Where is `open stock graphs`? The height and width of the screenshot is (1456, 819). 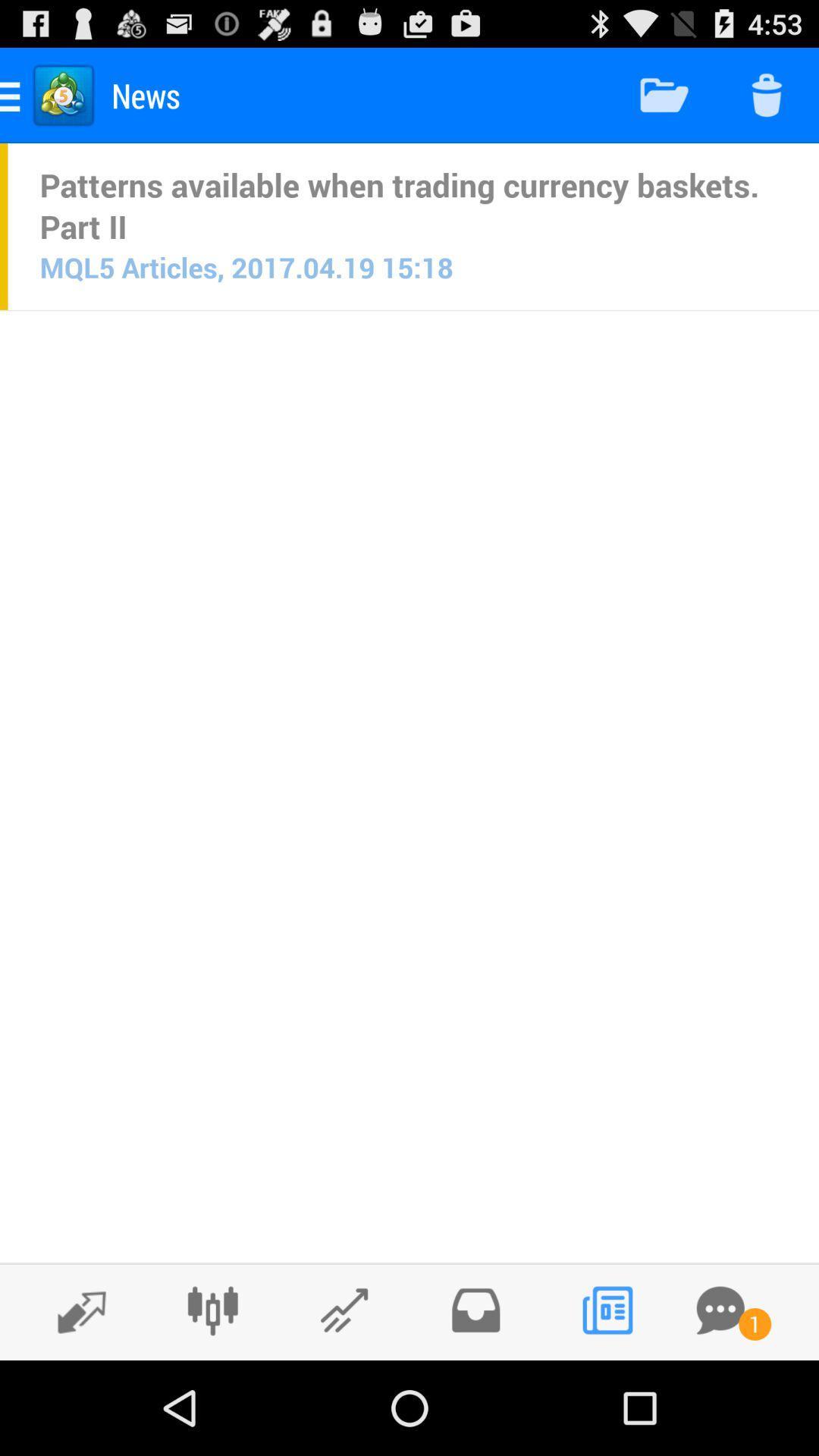 open stock graphs is located at coordinates (344, 1310).